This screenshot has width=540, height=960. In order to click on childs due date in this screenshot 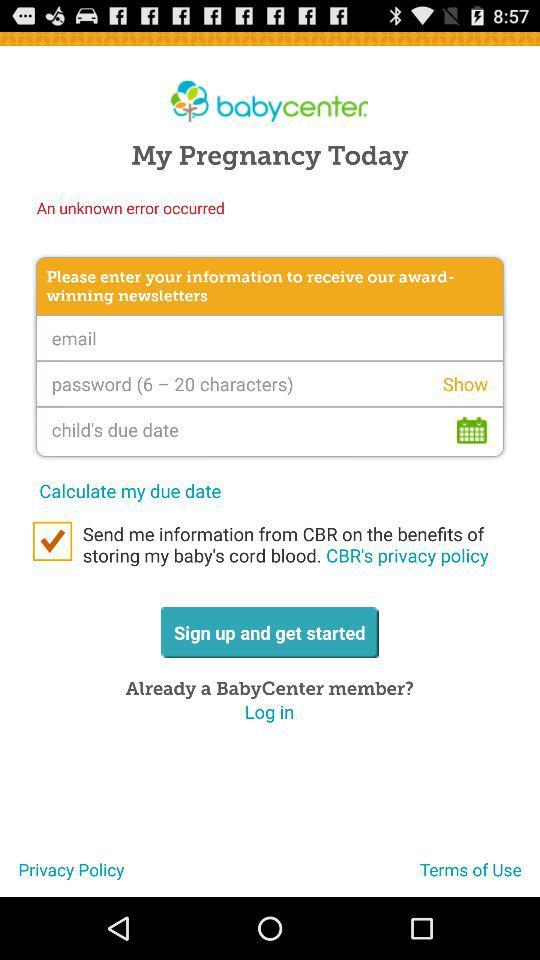, I will do `click(270, 431)`.